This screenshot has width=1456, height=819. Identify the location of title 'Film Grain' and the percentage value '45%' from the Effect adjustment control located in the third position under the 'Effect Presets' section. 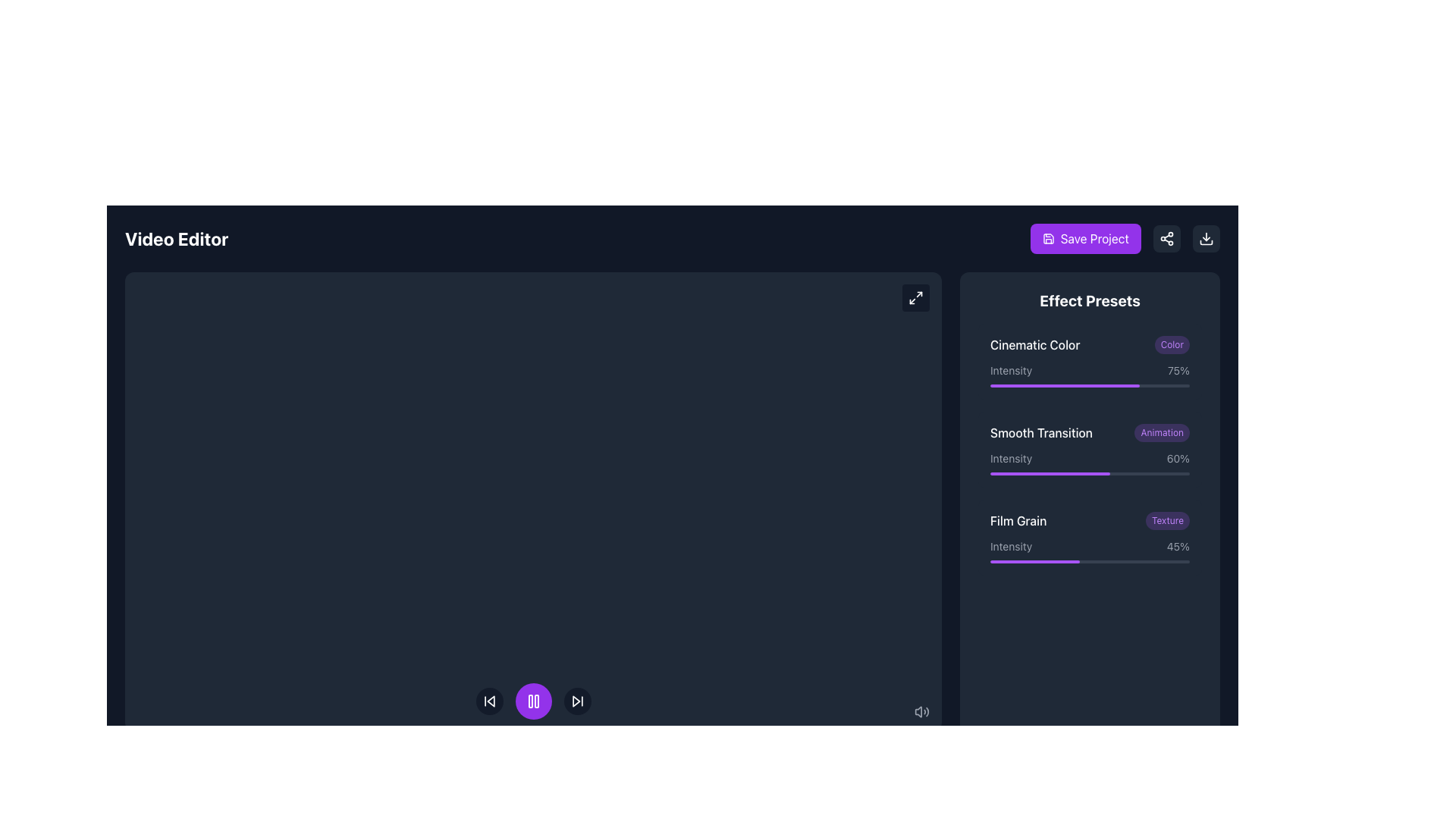
(1089, 537).